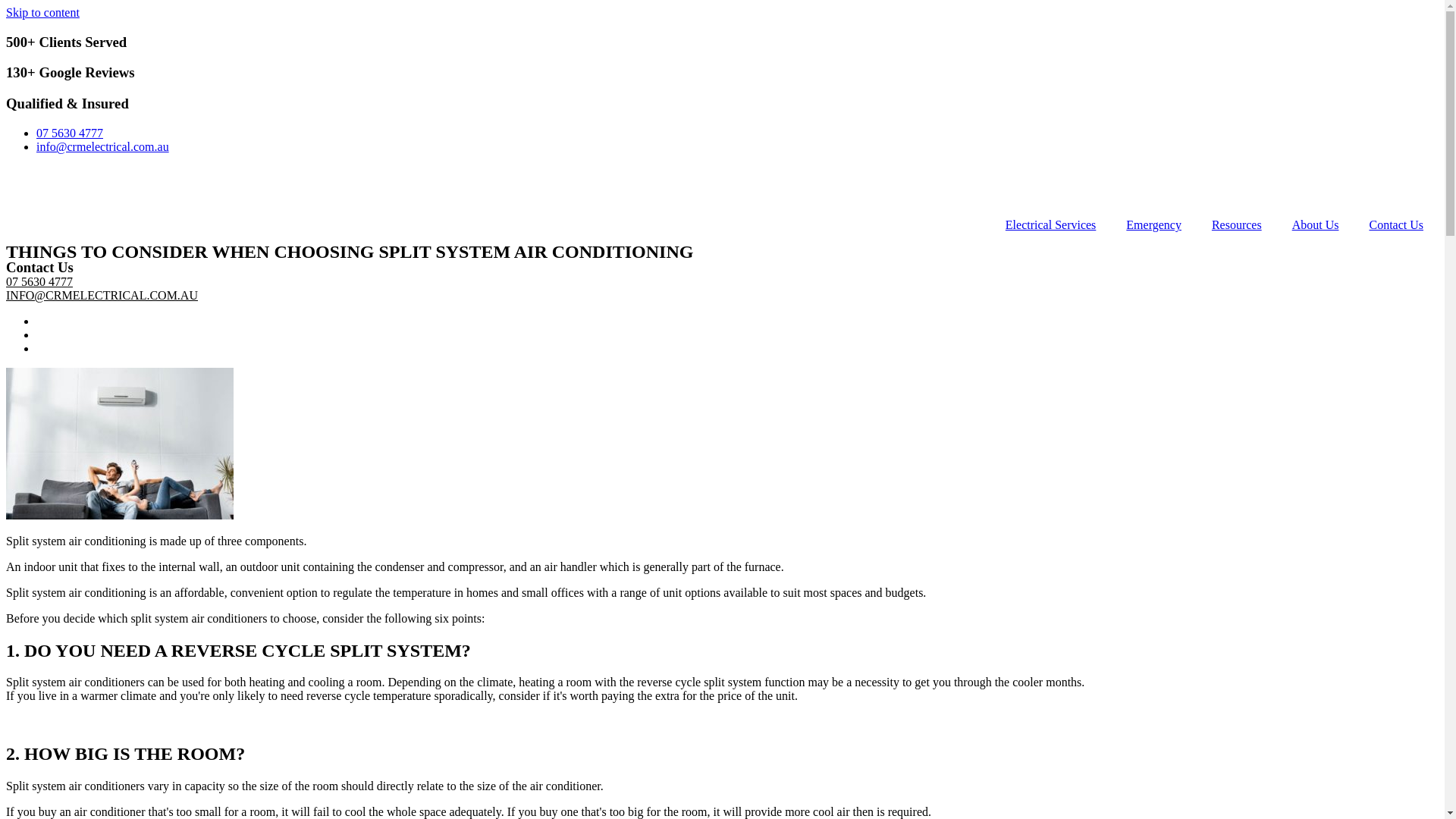  What do you see at coordinates (102, 146) in the screenshot?
I see `'info@crmelectrical.com.au'` at bounding box center [102, 146].